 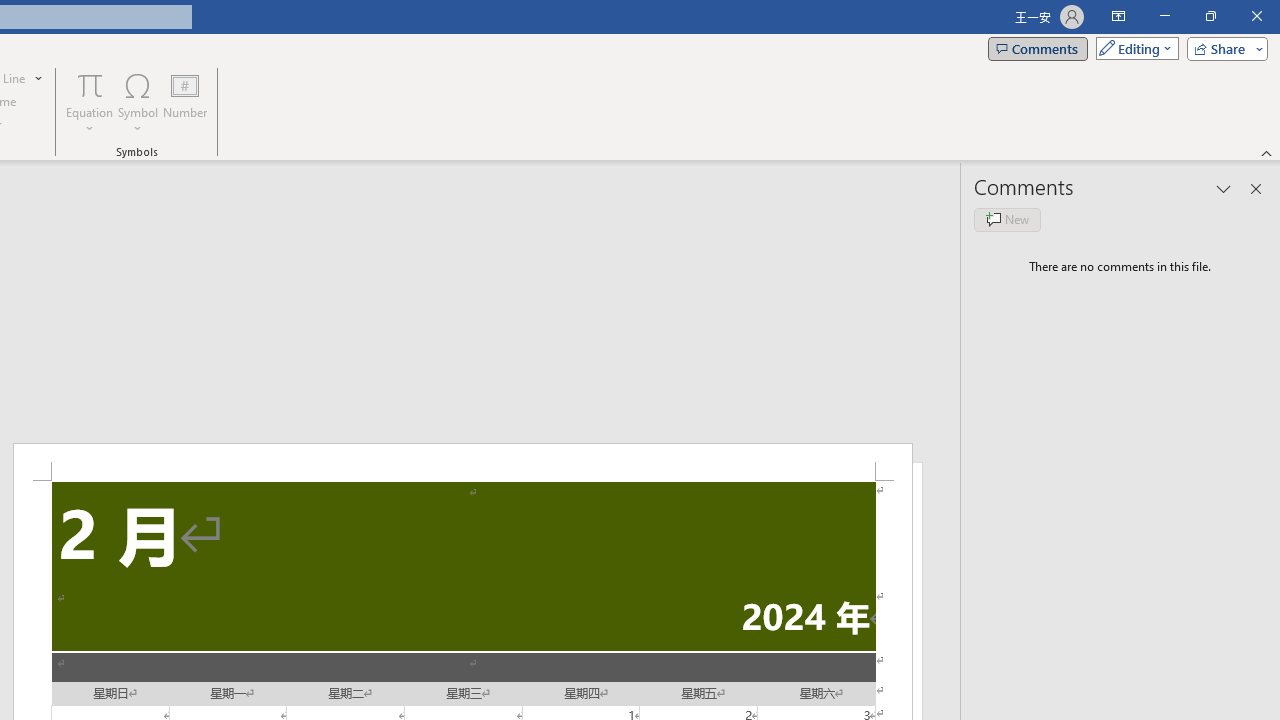 I want to click on 'Minimize', so click(x=1164, y=16).